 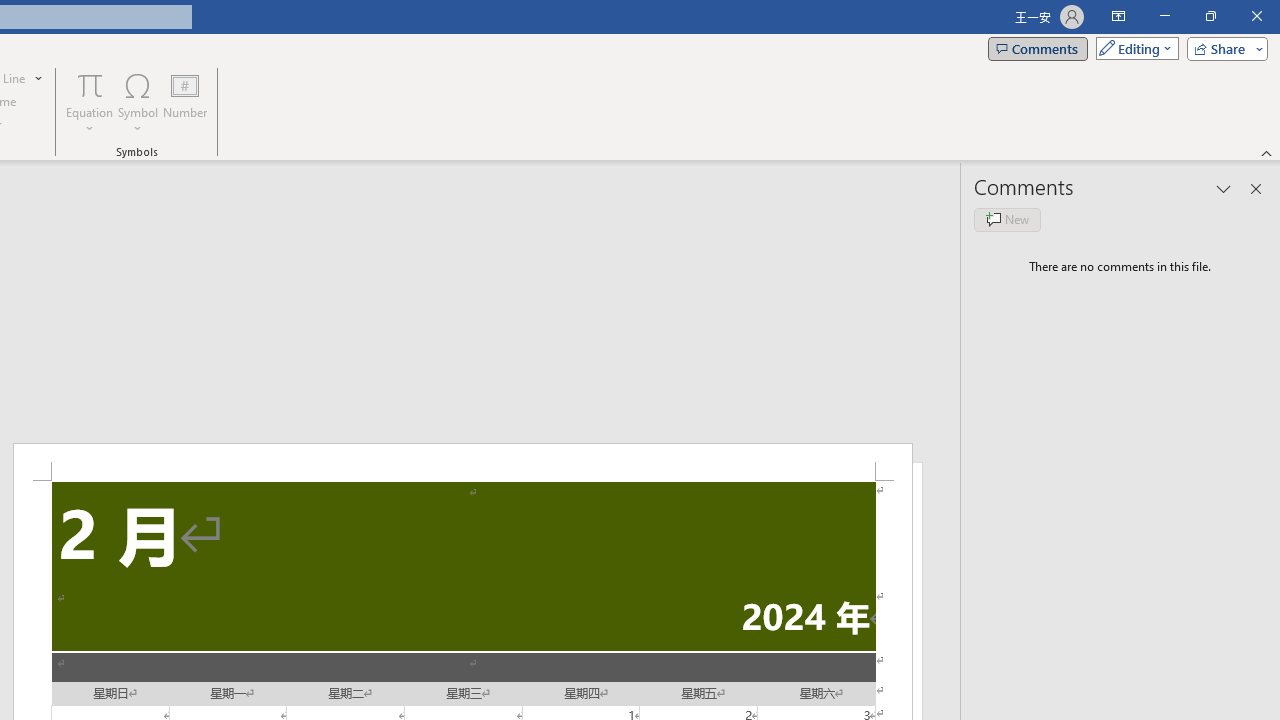 I want to click on 'Minimize', so click(x=1164, y=16).